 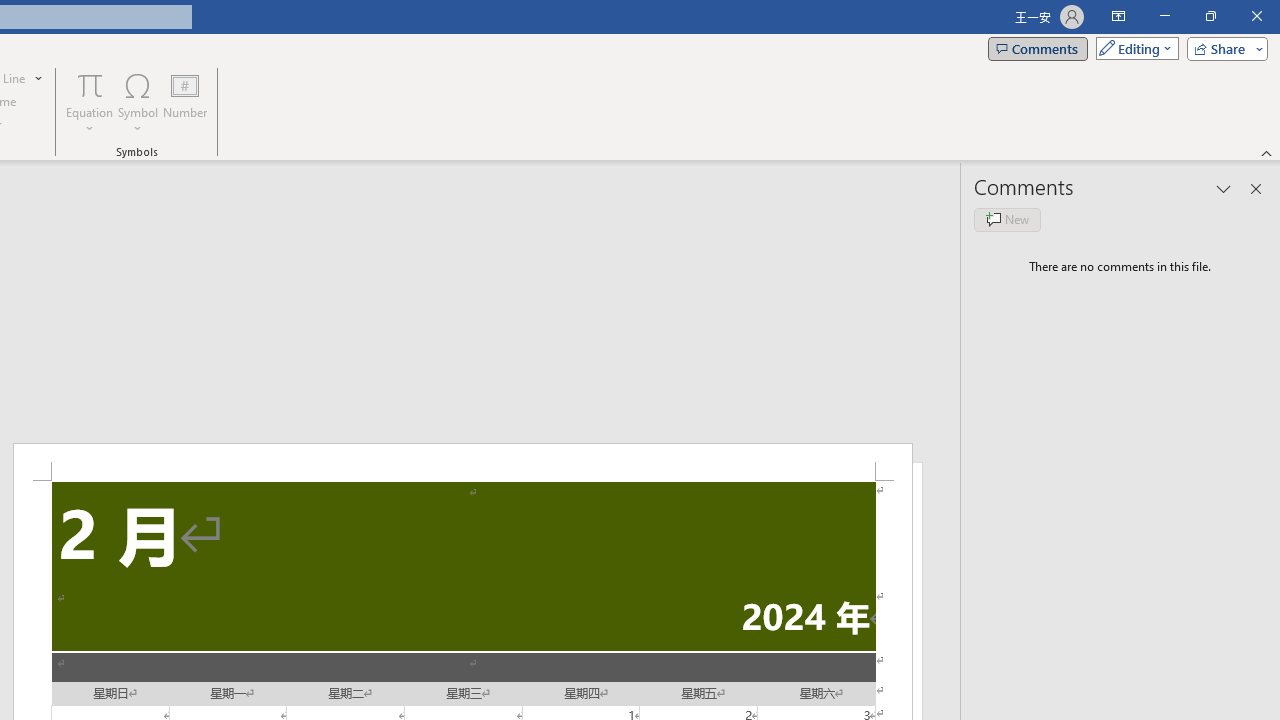 I want to click on 'Minimize', so click(x=1164, y=16).